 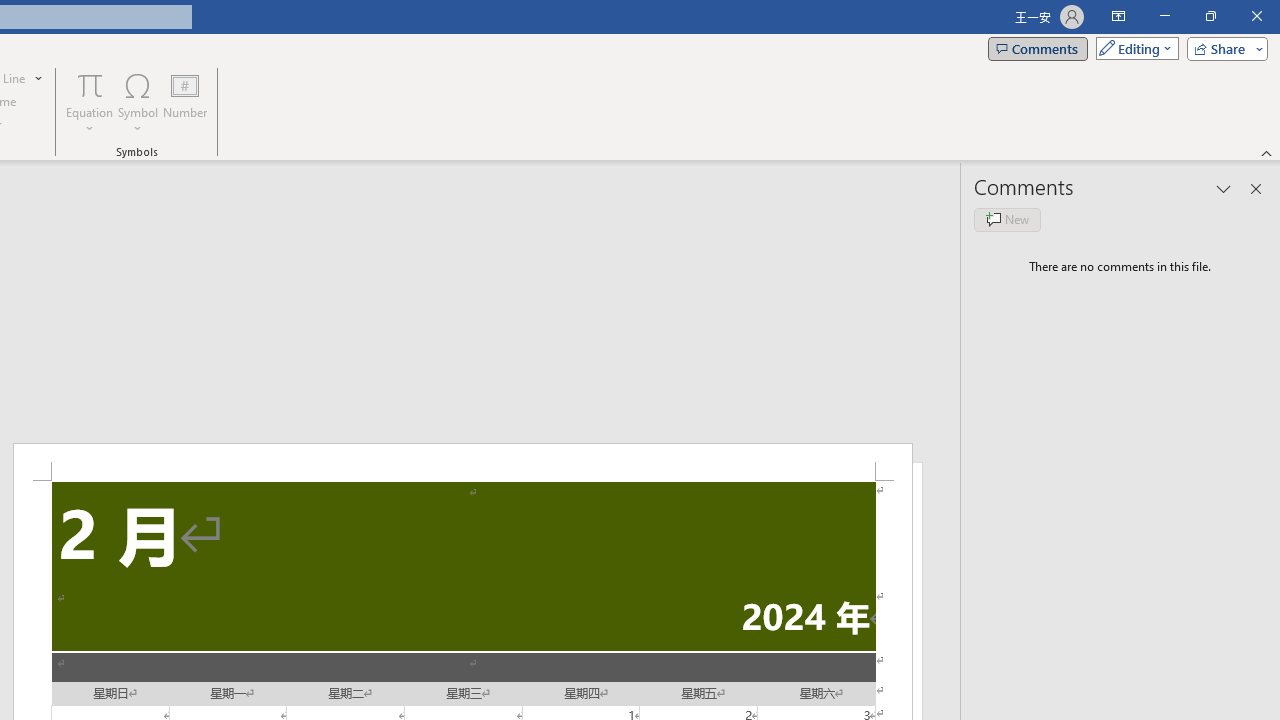 I want to click on 'Minimize', so click(x=1164, y=16).